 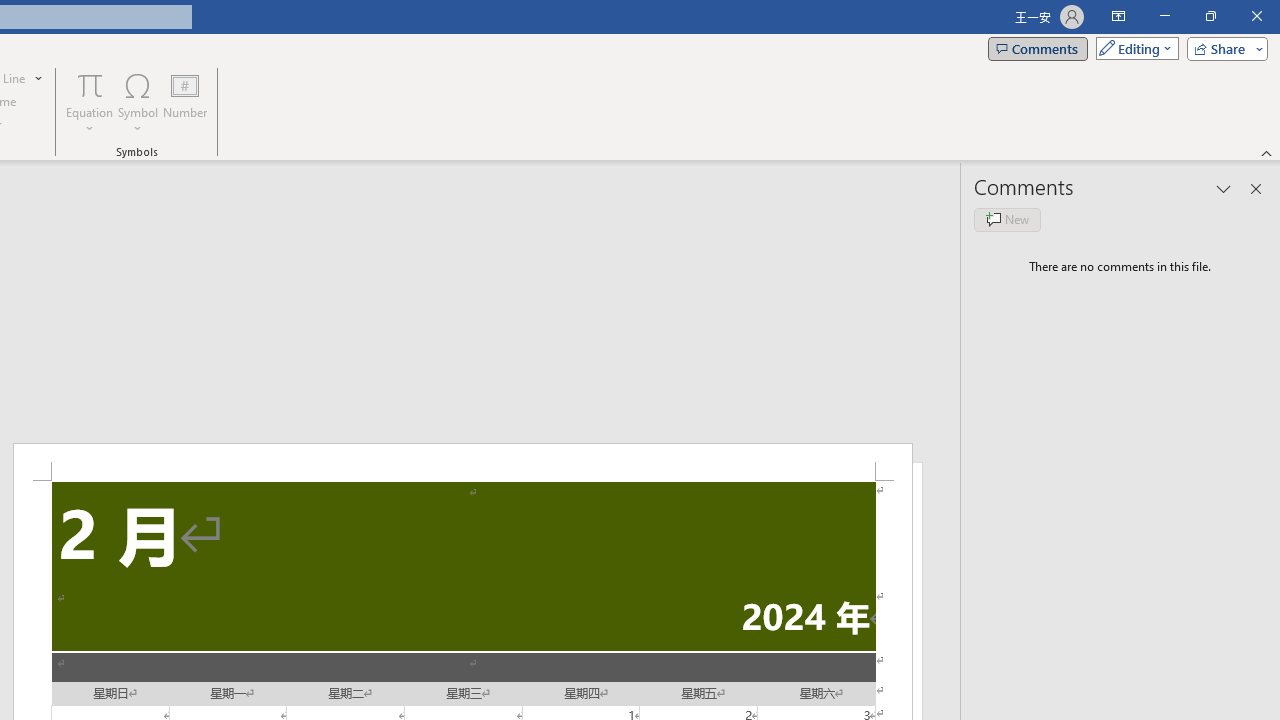 I want to click on 'Minimize', so click(x=1164, y=16).